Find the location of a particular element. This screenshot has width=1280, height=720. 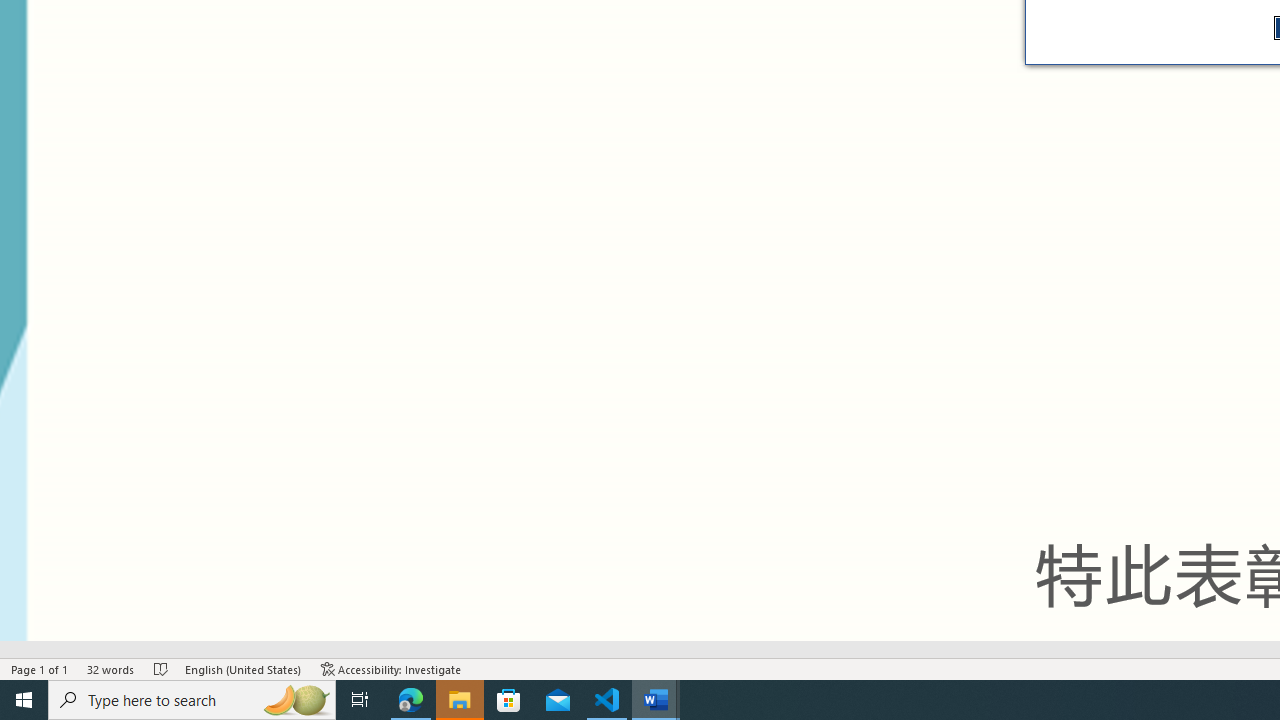

'Page Number Page 1 of 1' is located at coordinates (40, 669).